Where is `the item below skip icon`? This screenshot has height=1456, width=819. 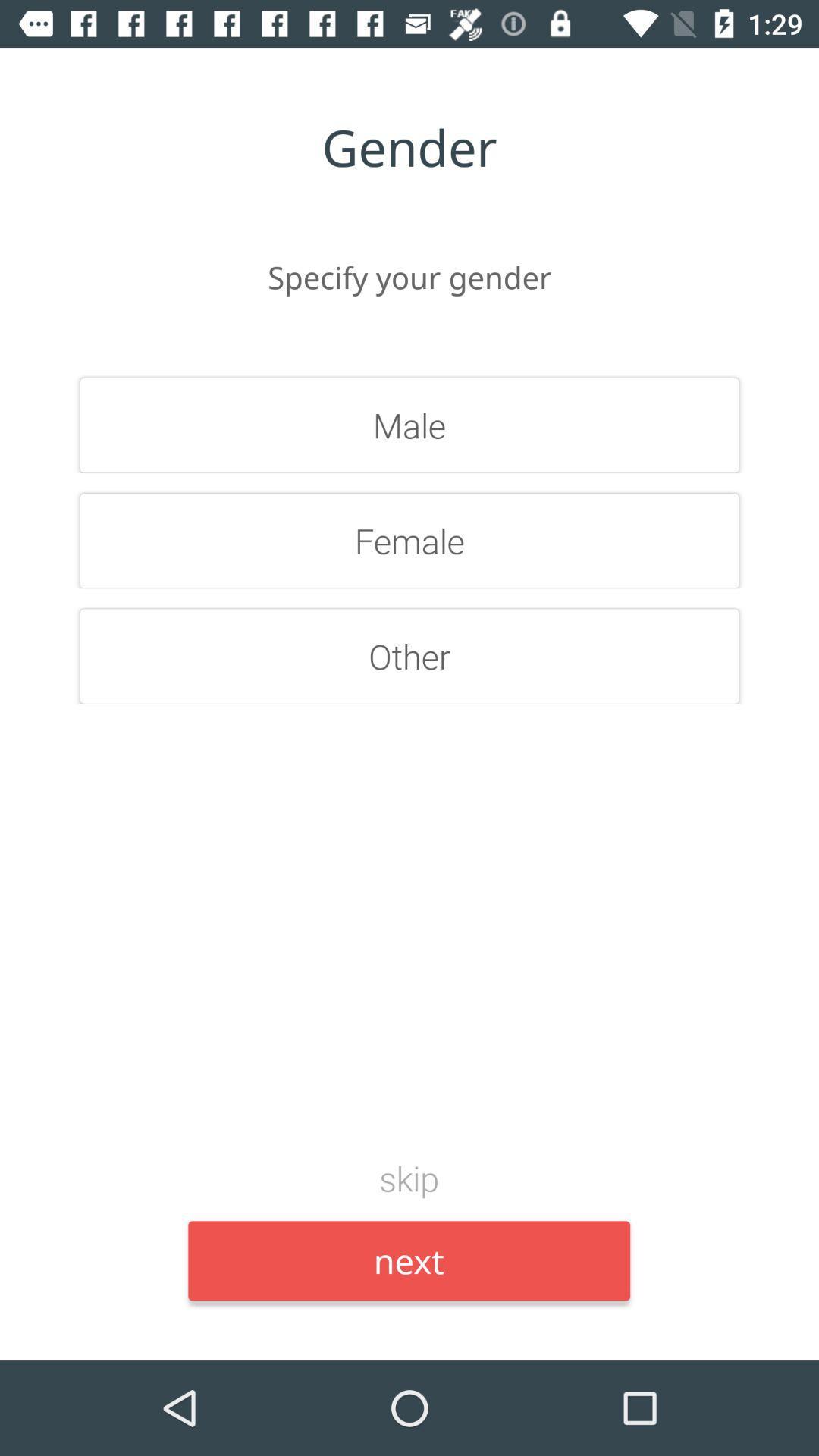 the item below skip icon is located at coordinates (408, 1260).